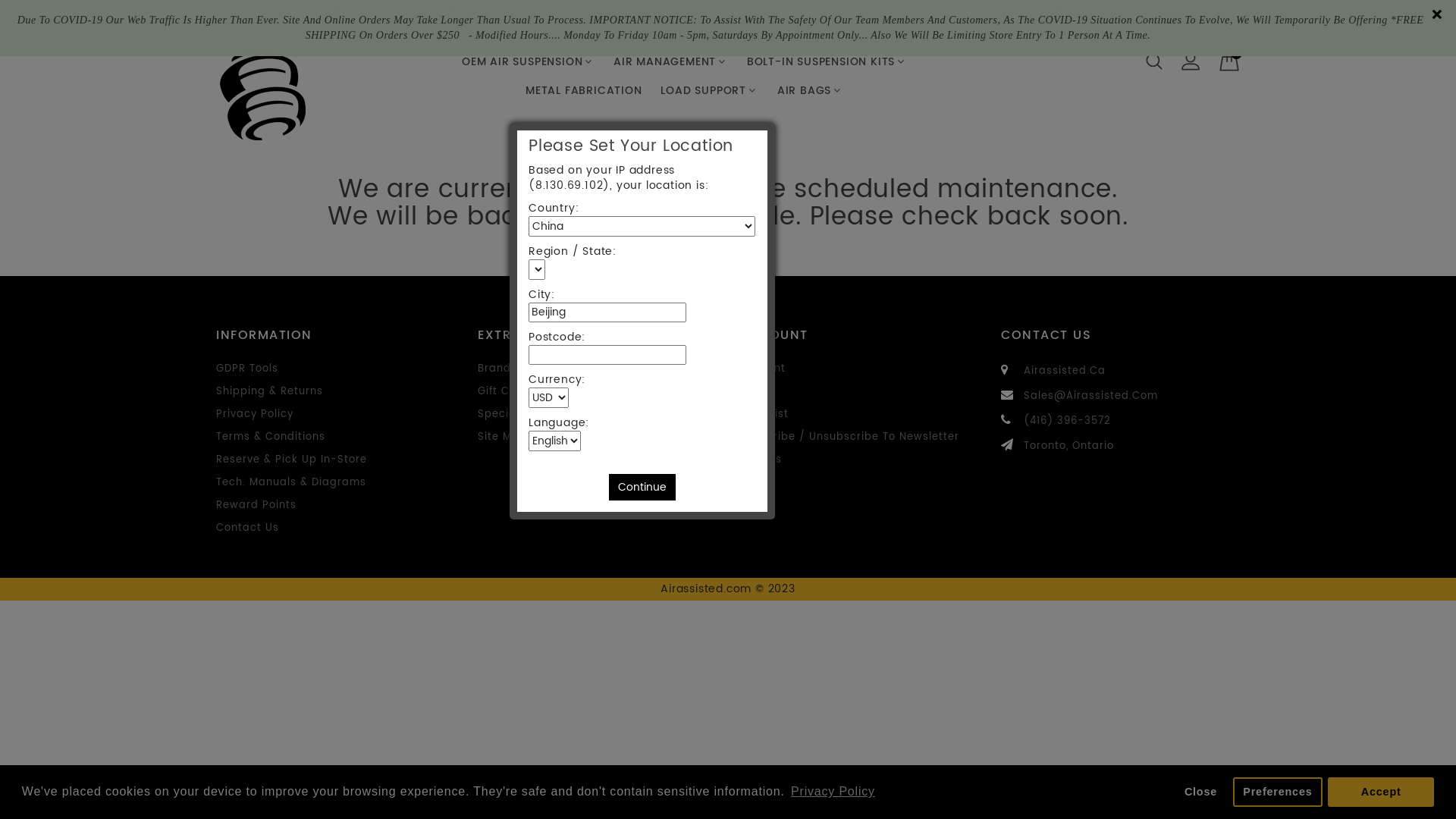 This screenshot has width=1456, height=819. What do you see at coordinates (291, 482) in the screenshot?
I see `'Tech. Manuals & Diagrams'` at bounding box center [291, 482].